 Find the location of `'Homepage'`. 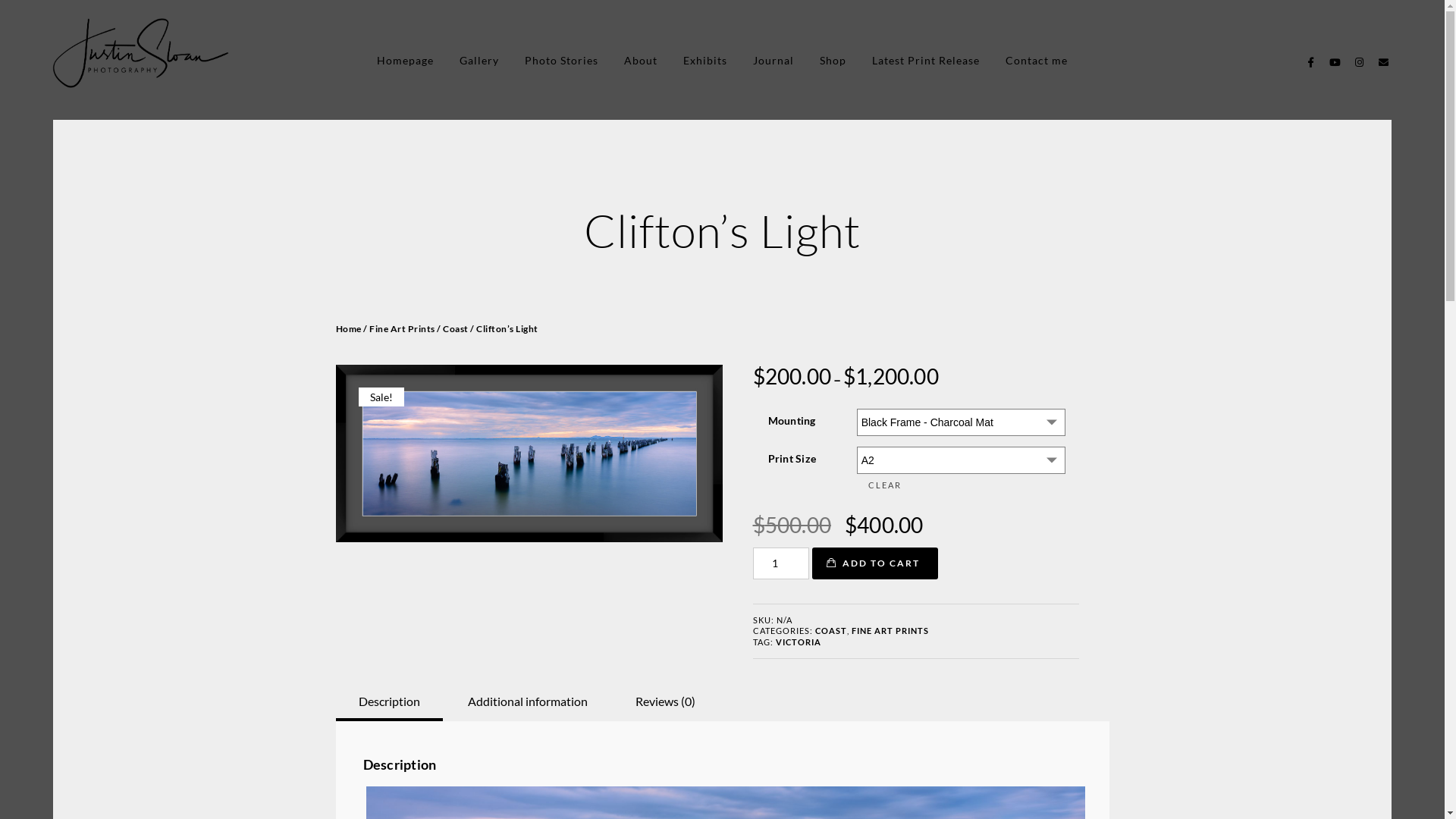

'Homepage' is located at coordinates (405, 59).